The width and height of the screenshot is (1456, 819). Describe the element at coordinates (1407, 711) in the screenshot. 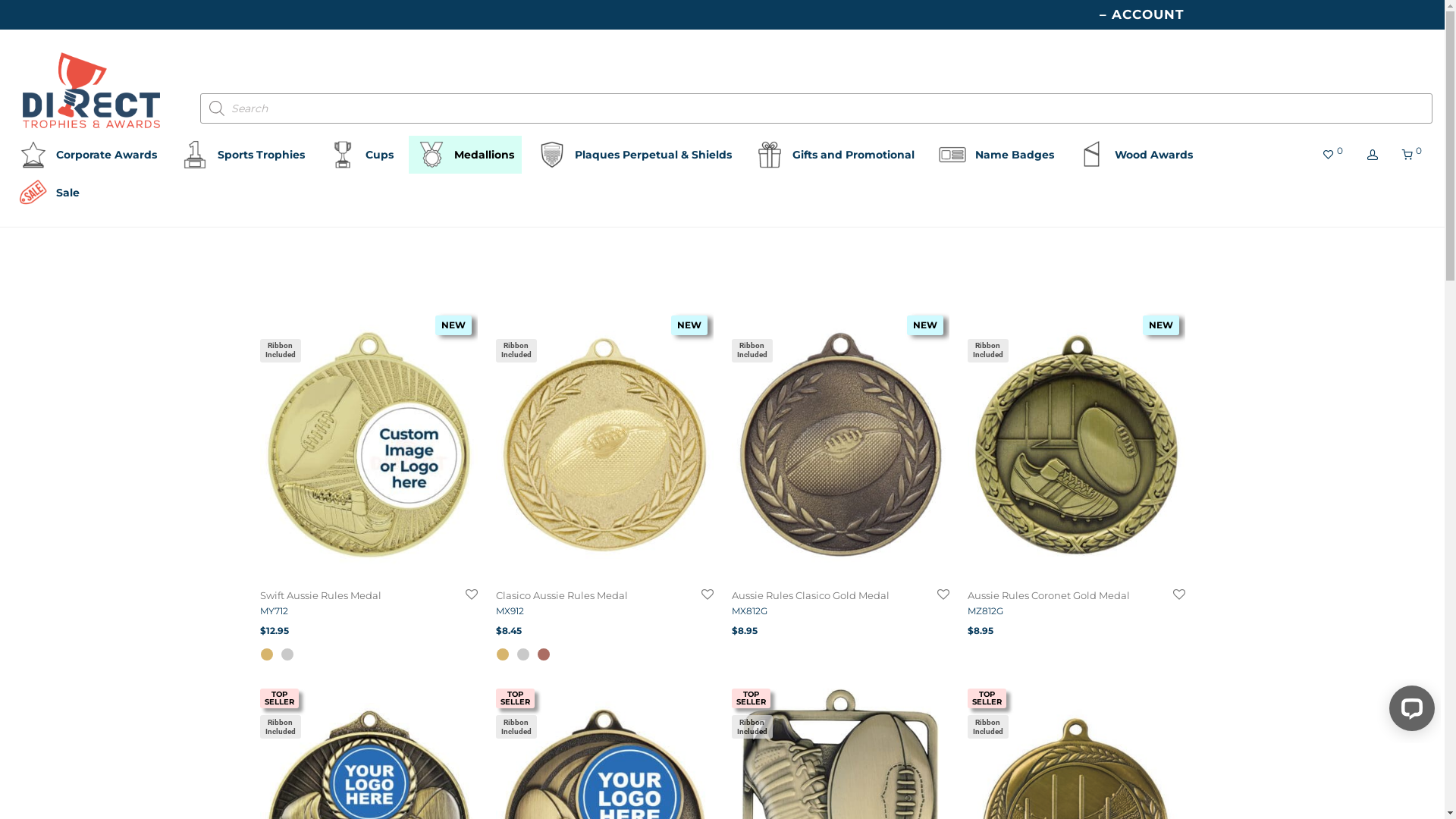

I see `'LiveChat chat widget'` at that location.